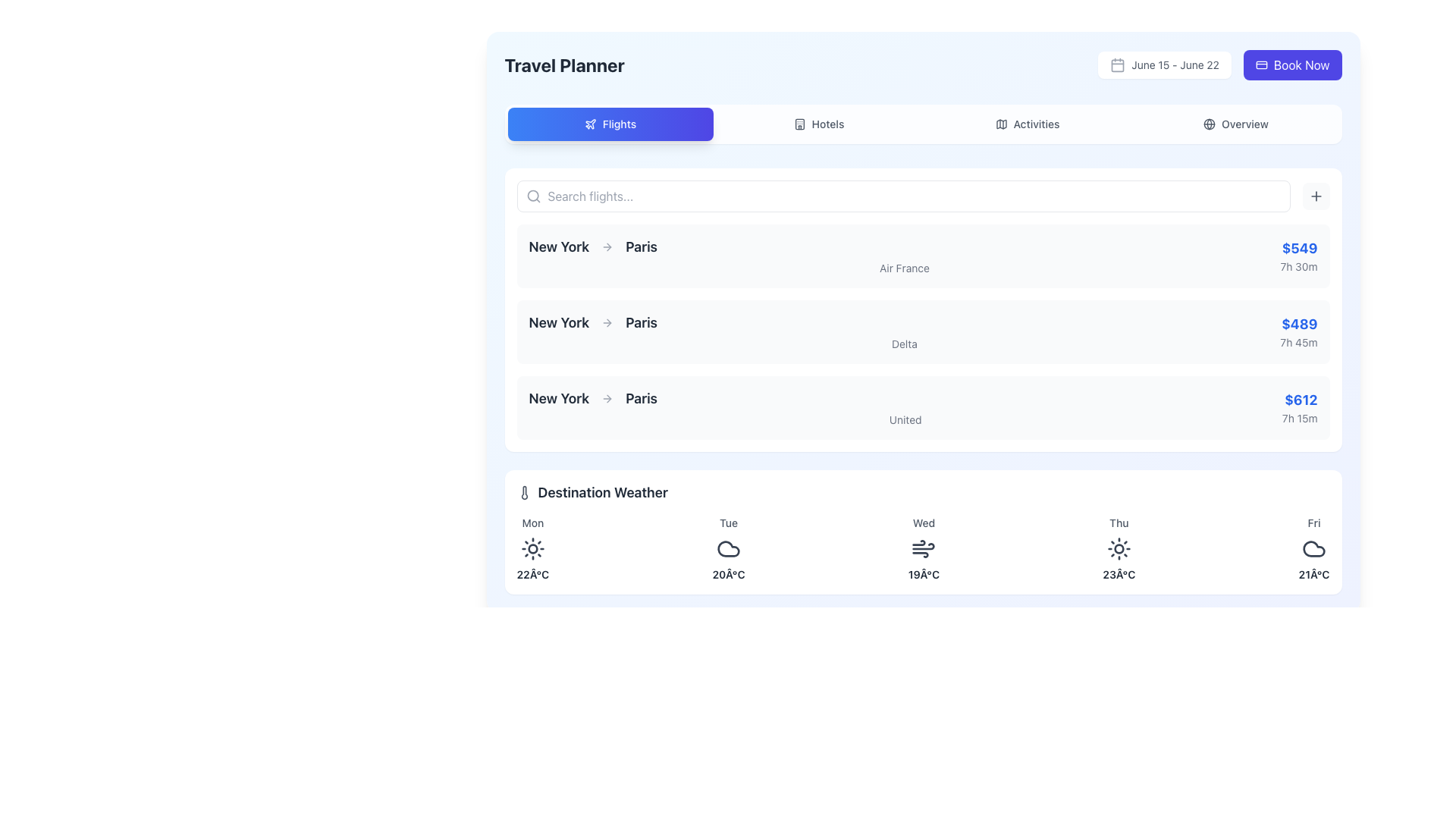 This screenshot has width=1456, height=819. I want to click on the small rounded-rectangle box located within the calendar icon in the top-right area of the interface, near the 'Book Now' button, so click(1118, 64).